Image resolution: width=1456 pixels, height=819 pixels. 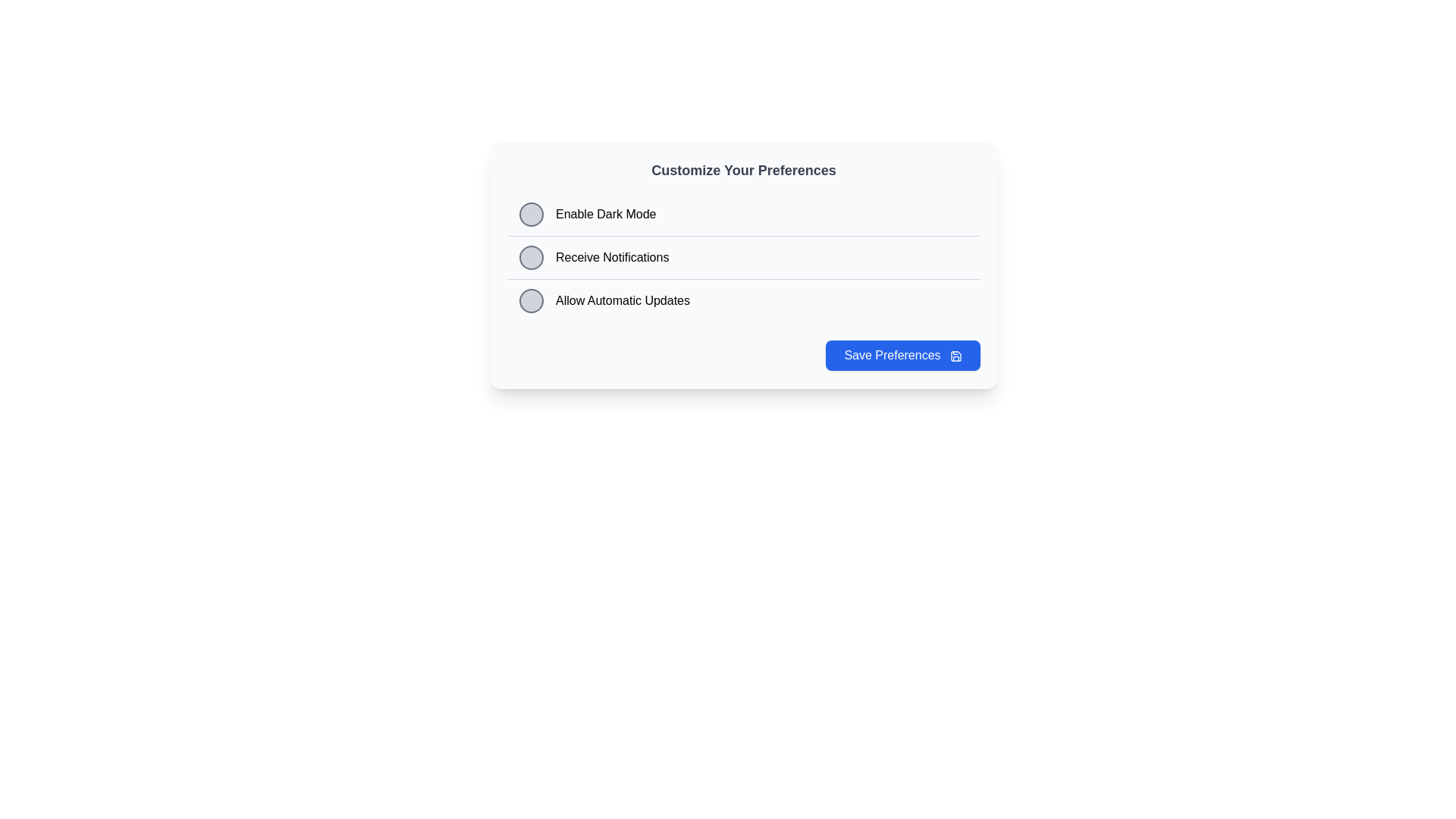 What do you see at coordinates (531, 301) in the screenshot?
I see `the radio button` at bounding box center [531, 301].